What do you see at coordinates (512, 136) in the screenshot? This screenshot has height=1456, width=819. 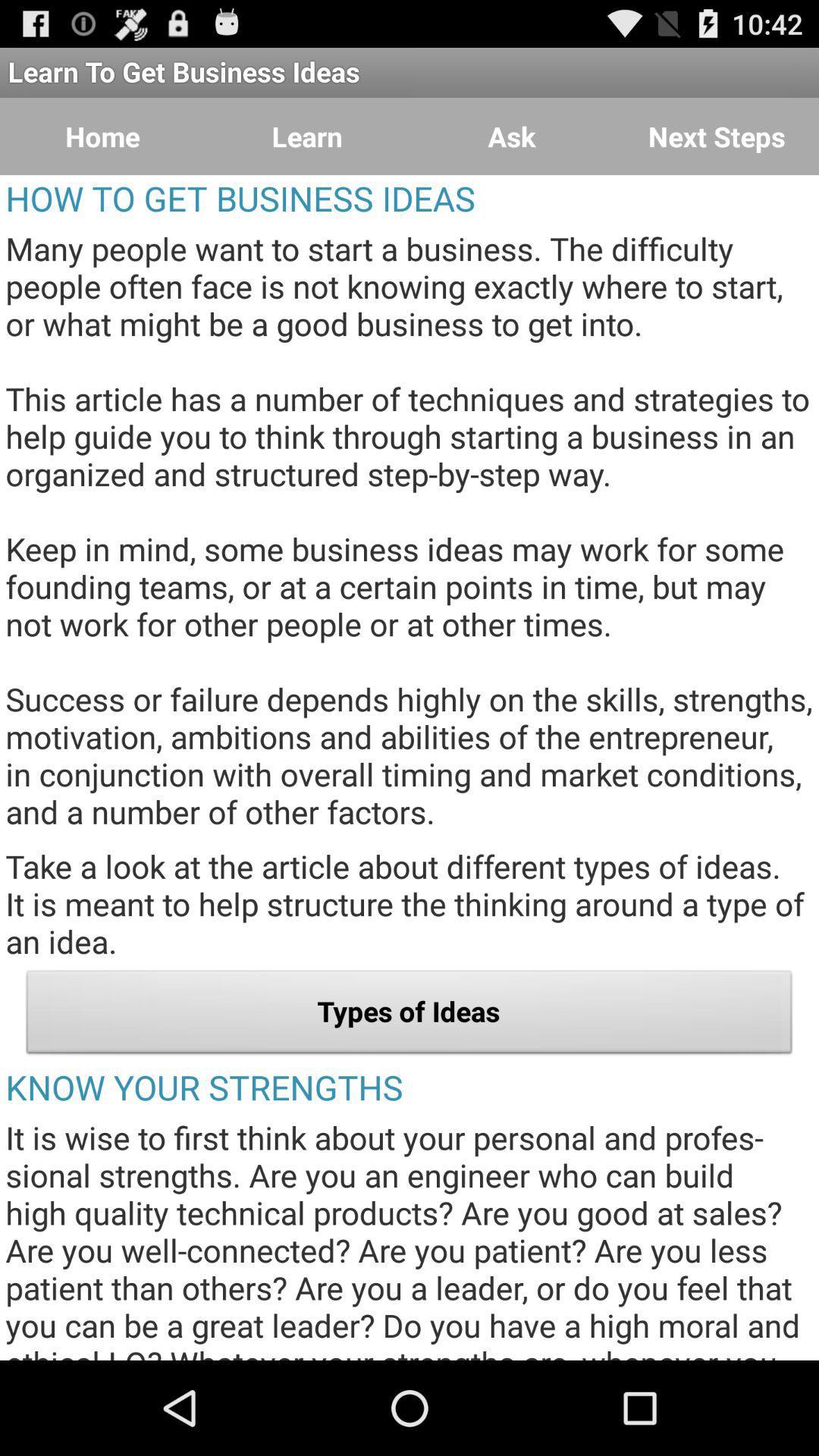 I see `item next to the next steps button` at bounding box center [512, 136].